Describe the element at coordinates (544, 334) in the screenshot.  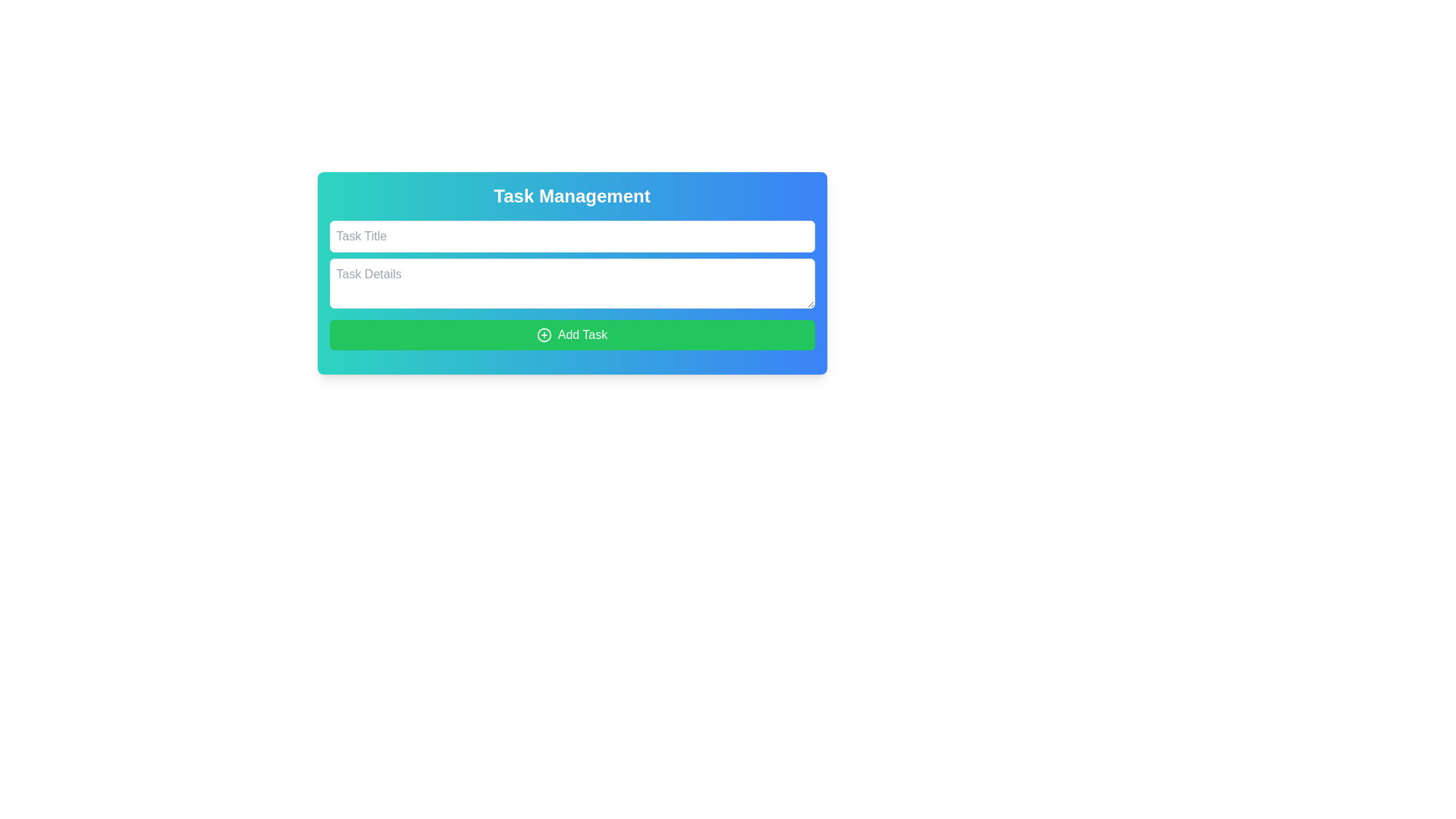
I see `the icon on the 'Add Task' button, which visually marks the button's purpose of adding a task` at that location.